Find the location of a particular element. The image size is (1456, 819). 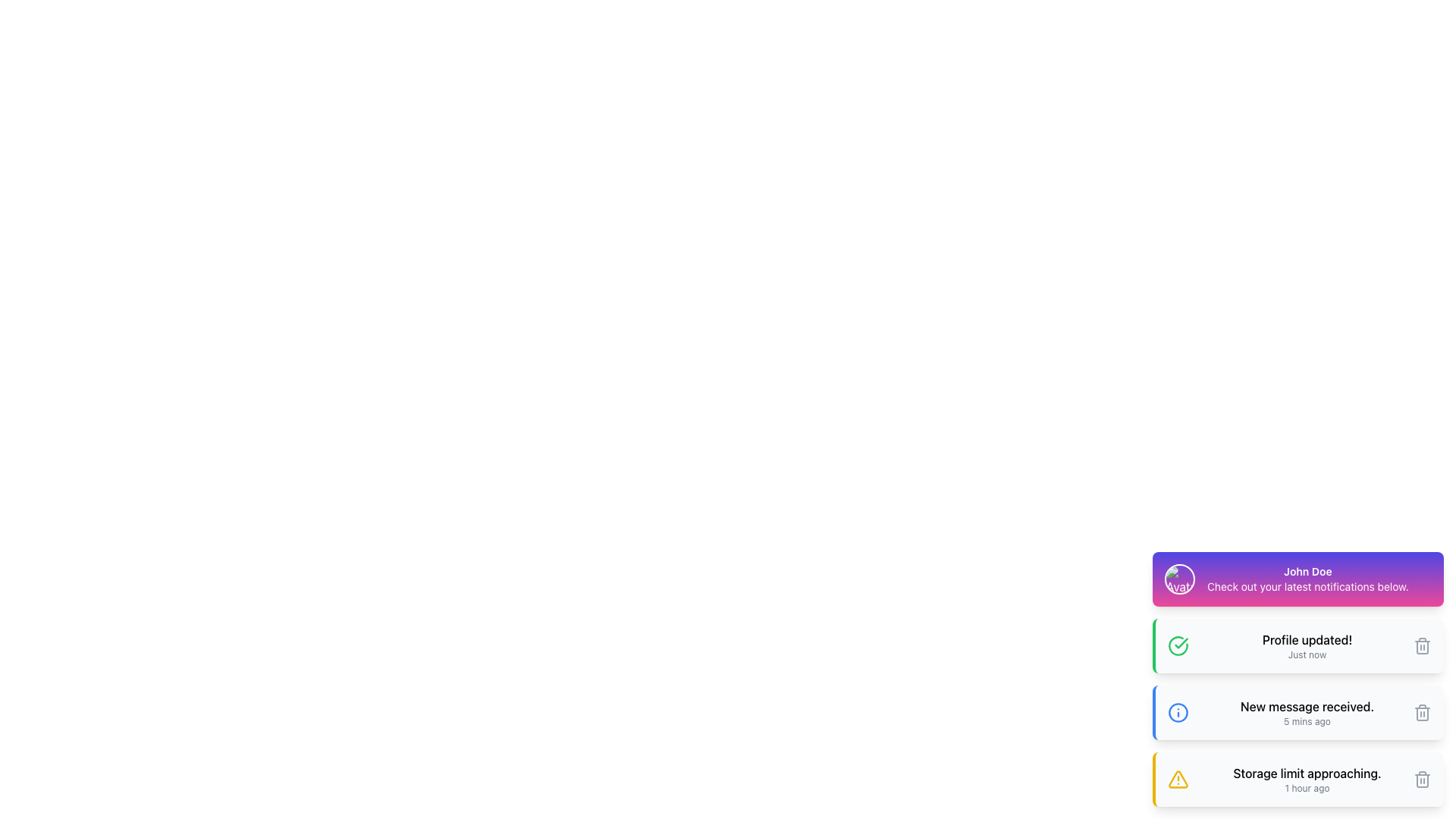

the timestamp '1 hour ago' in the notification card displaying 'Storage limit approaching.' is located at coordinates (1306, 780).